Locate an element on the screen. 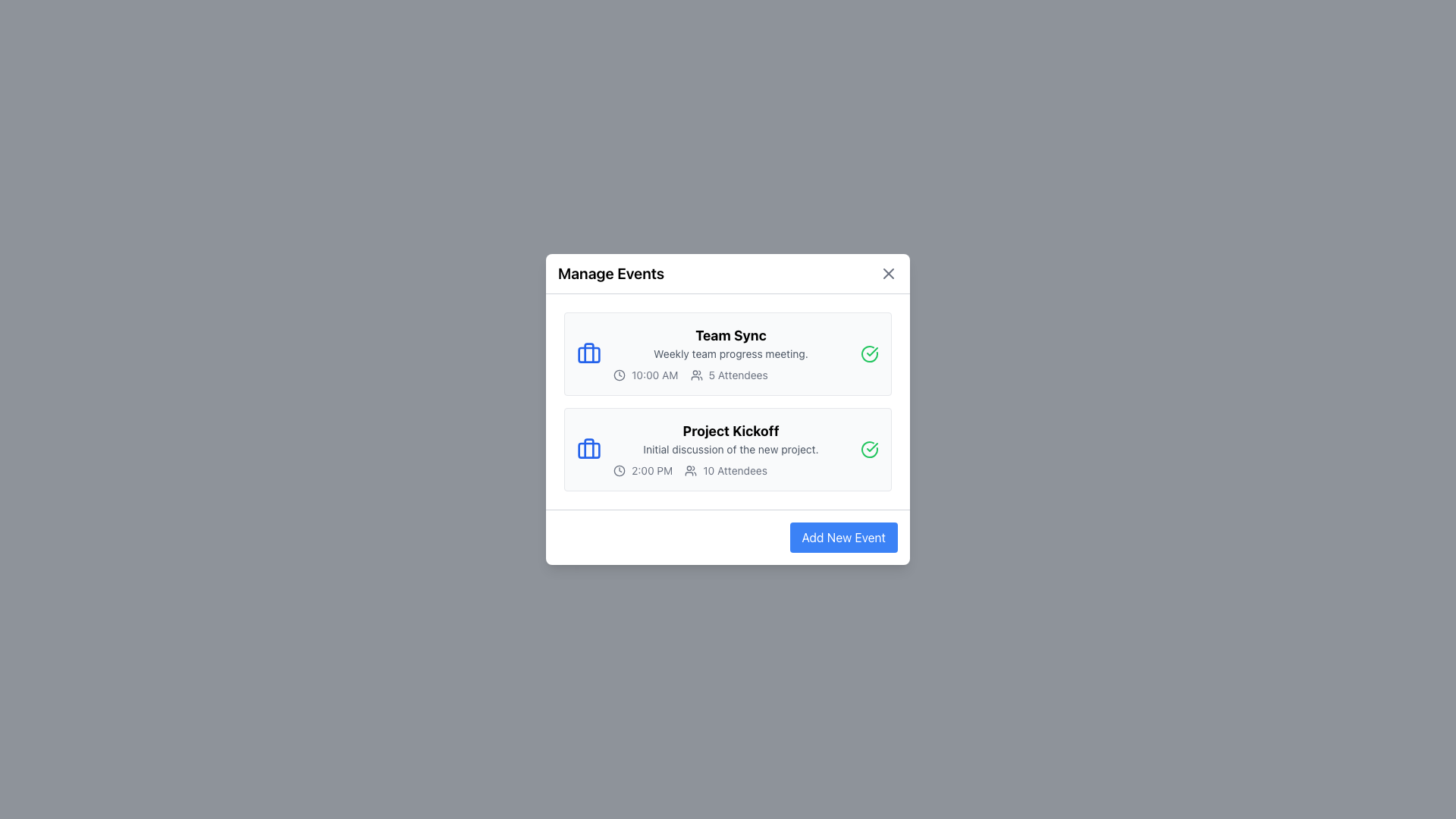 This screenshot has width=1456, height=819. the compact icon resembling a pair of stylized user figures, located to the right of the '2:00 PM' text and followed by '10 Attendees' in the event details section is located at coordinates (690, 470).